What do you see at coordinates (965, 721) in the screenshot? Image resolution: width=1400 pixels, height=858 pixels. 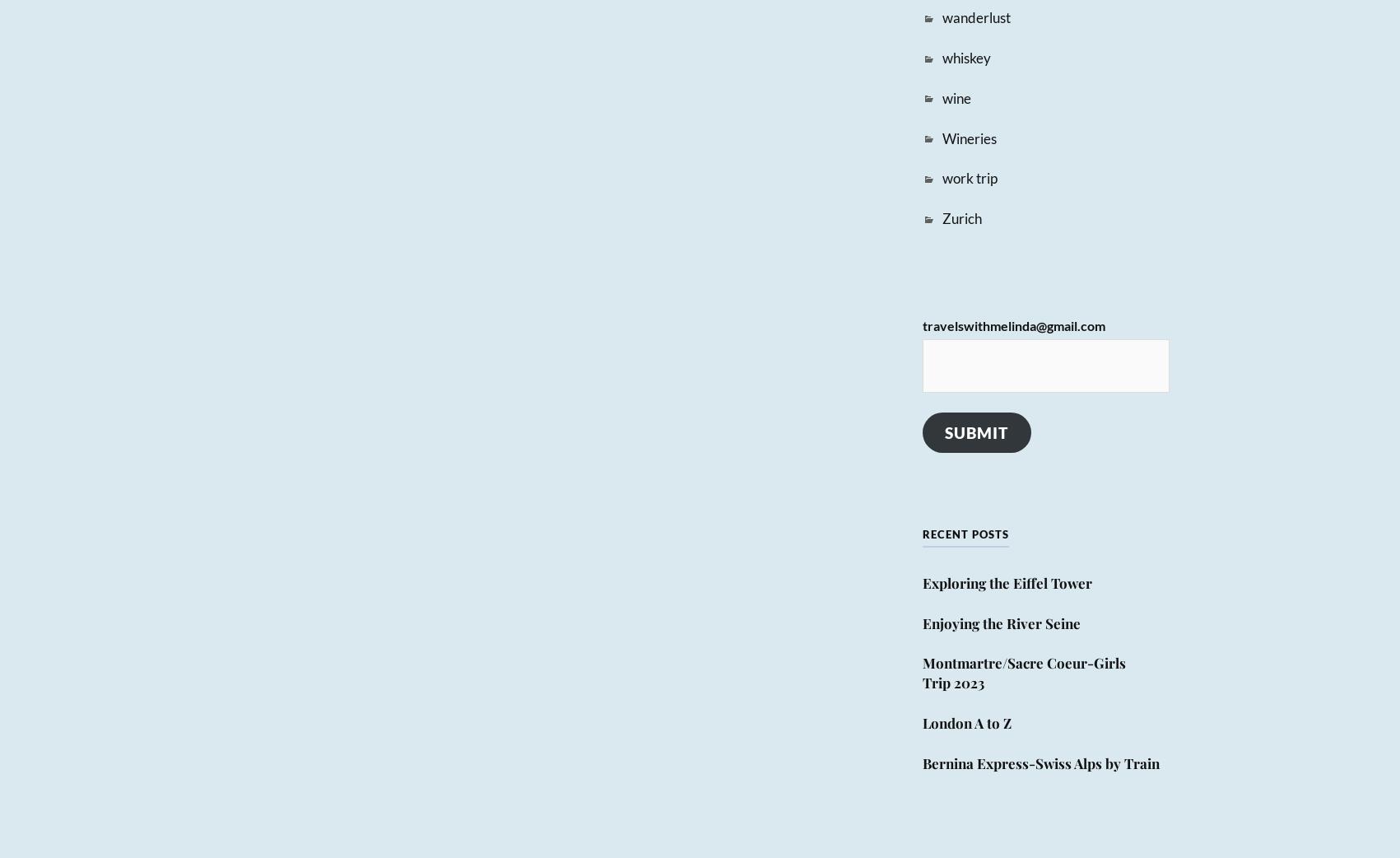 I see `'London A to Z'` at bounding box center [965, 721].